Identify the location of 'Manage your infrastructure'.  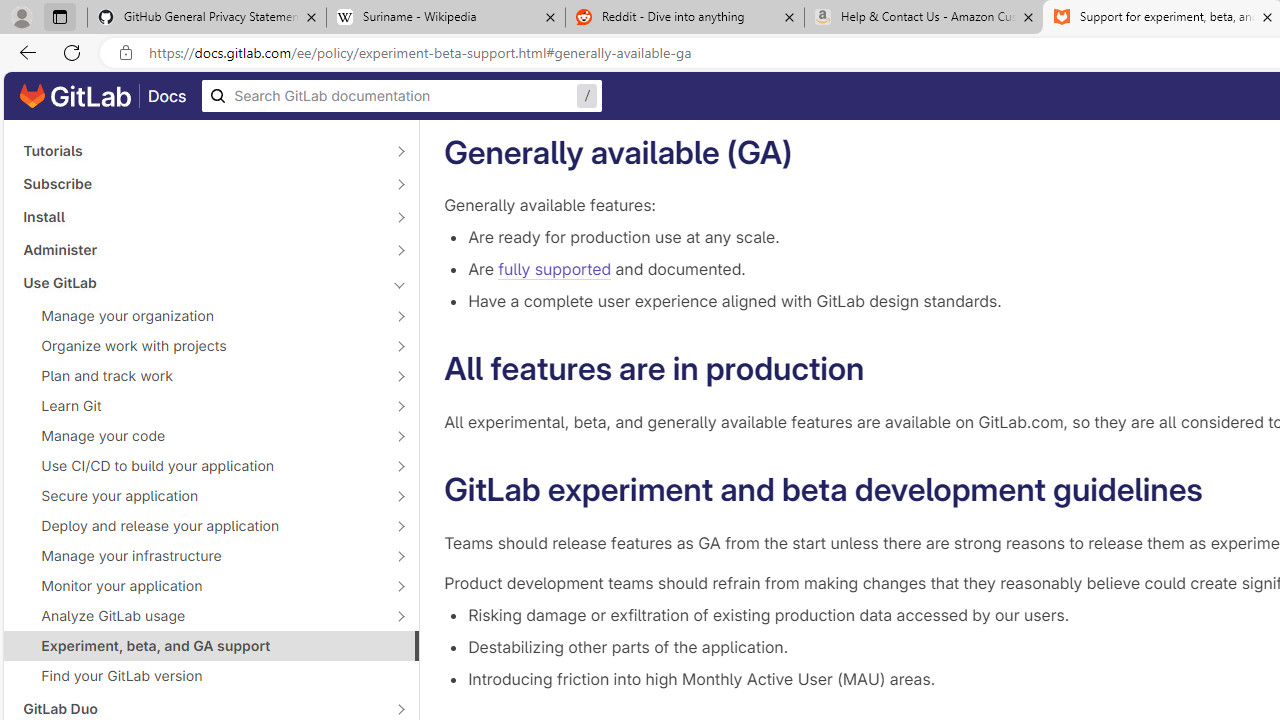
(200, 555).